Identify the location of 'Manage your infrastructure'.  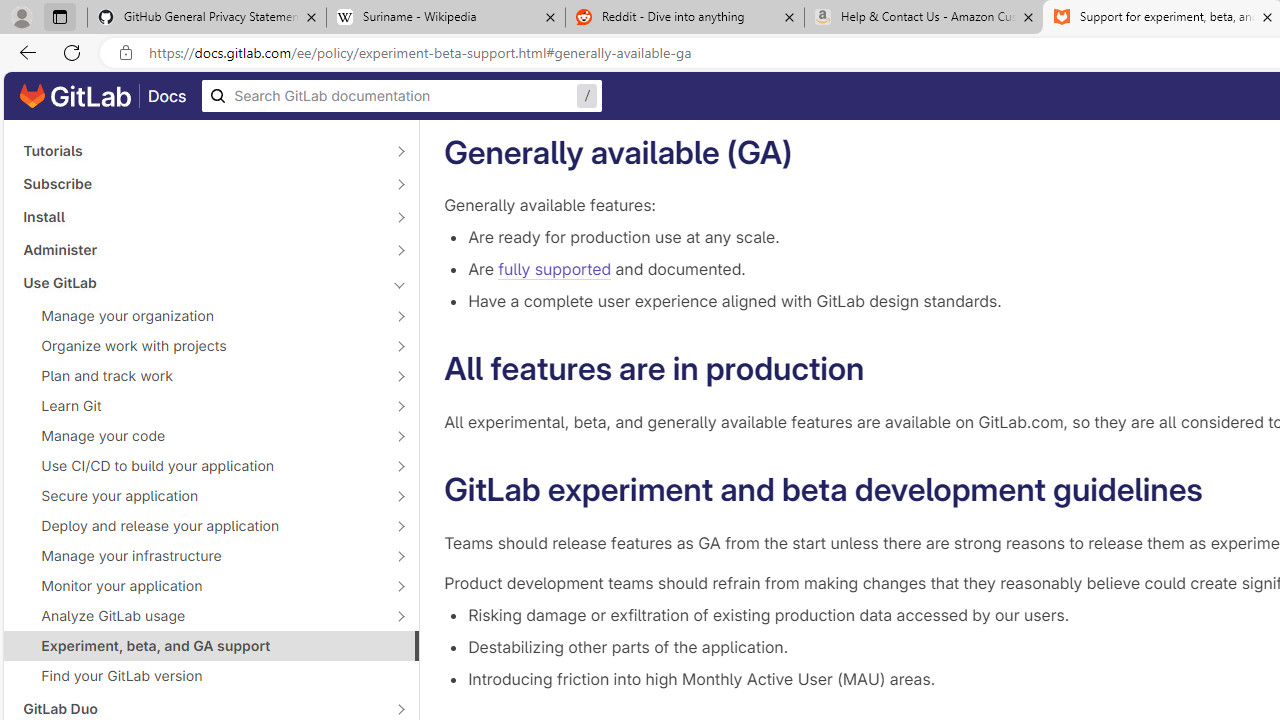
(200, 555).